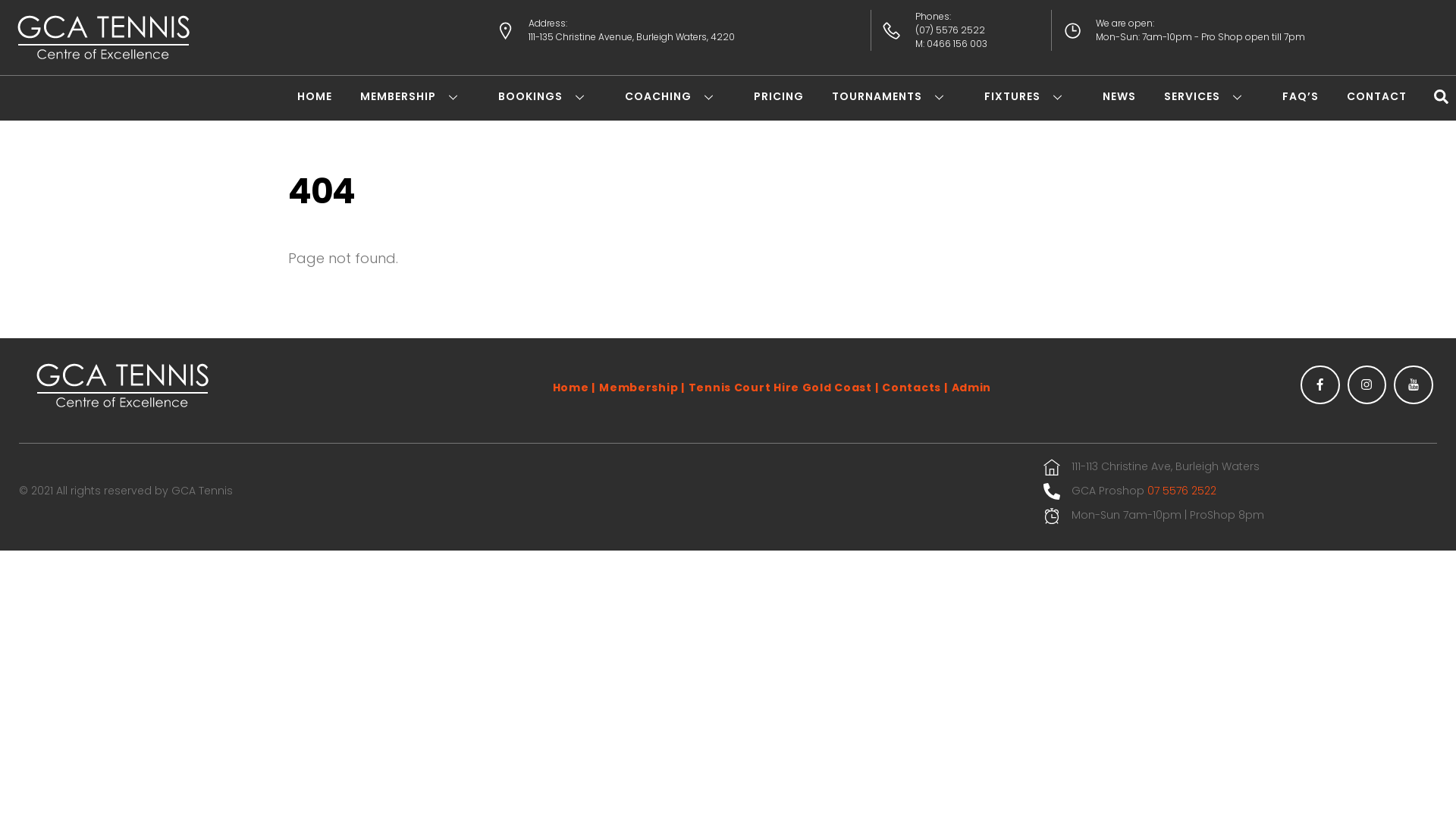  What do you see at coordinates (674, 96) in the screenshot?
I see `'COACHING'` at bounding box center [674, 96].